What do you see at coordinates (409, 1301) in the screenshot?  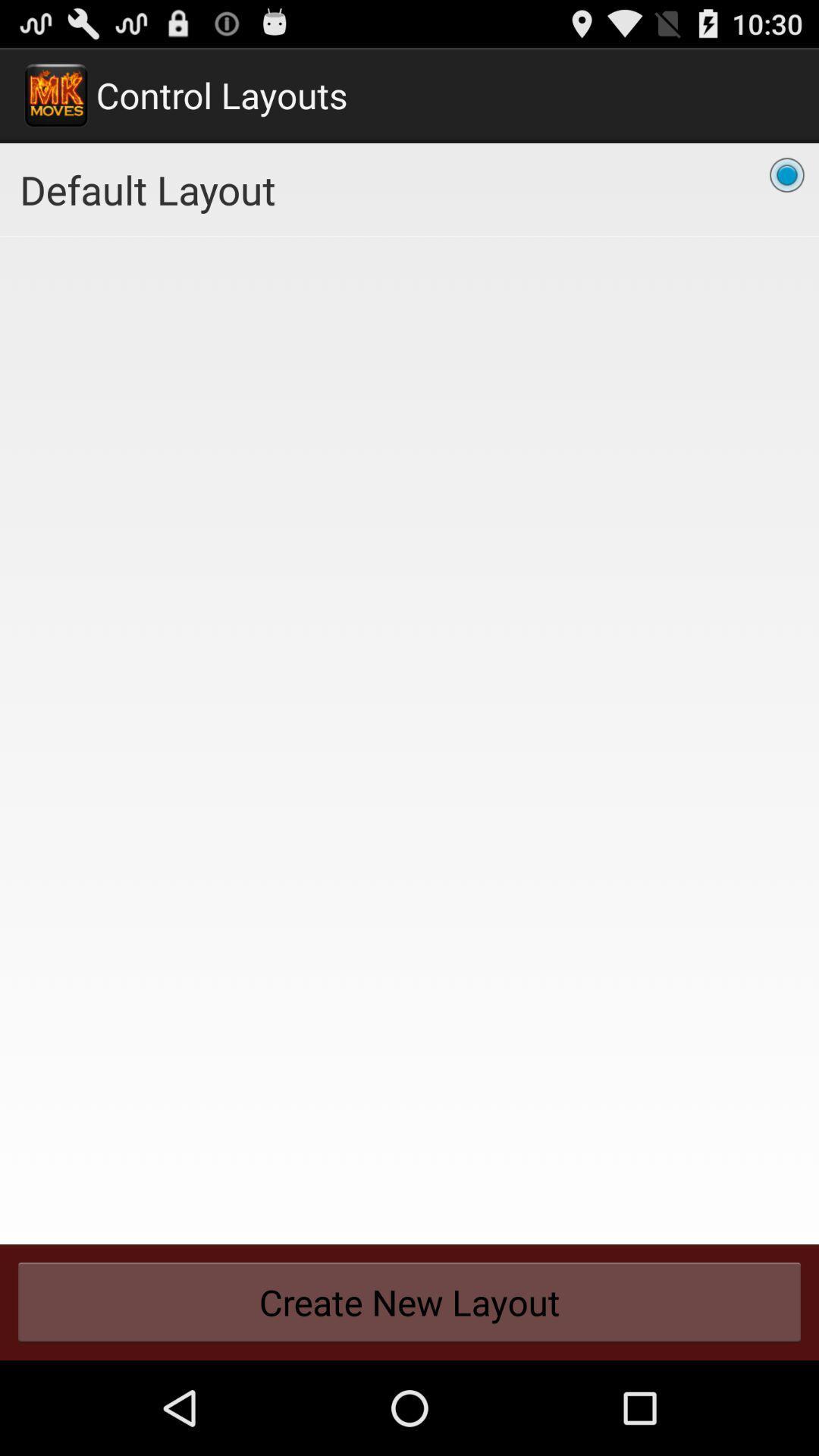 I see `create new layout at the bottom` at bounding box center [409, 1301].